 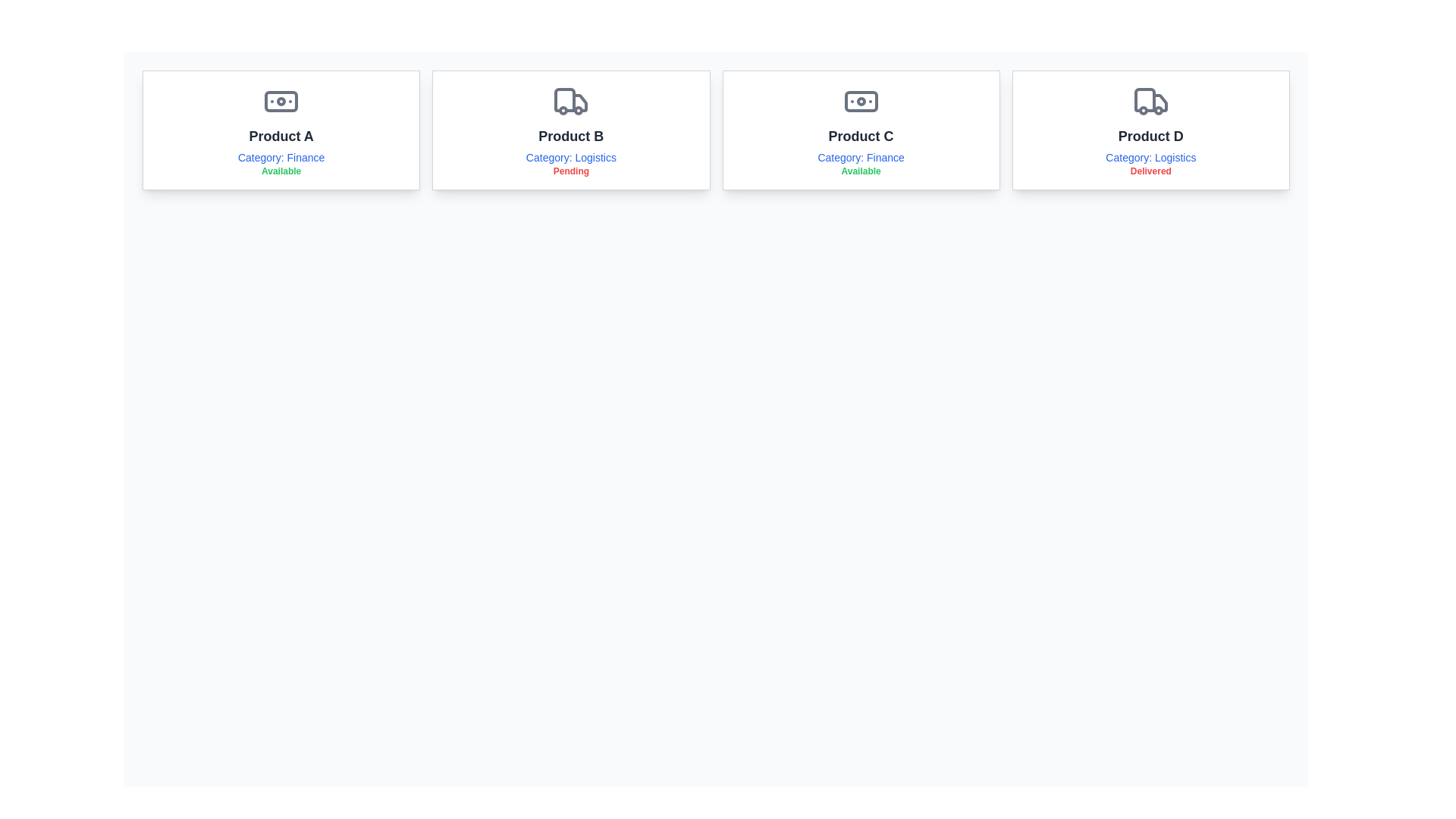 What do you see at coordinates (1150, 158) in the screenshot?
I see `the static text label reading 'Category: Logistics' which is styled in small blue italicized font, located in the fourth card from the left, below the heading 'Product D' and above the red bold 'Delivered' label` at bounding box center [1150, 158].